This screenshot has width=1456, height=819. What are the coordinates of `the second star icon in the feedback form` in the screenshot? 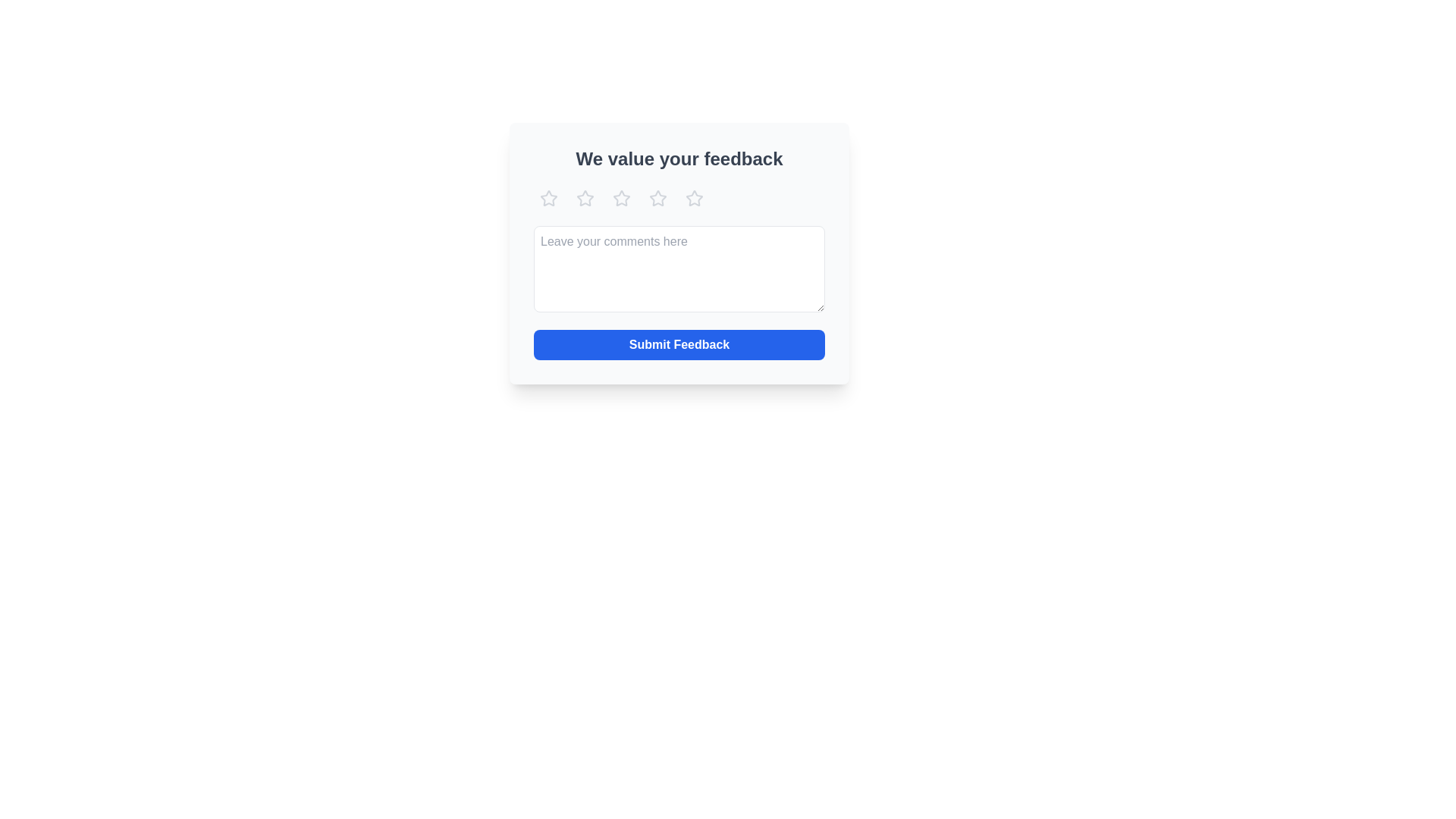 It's located at (658, 197).